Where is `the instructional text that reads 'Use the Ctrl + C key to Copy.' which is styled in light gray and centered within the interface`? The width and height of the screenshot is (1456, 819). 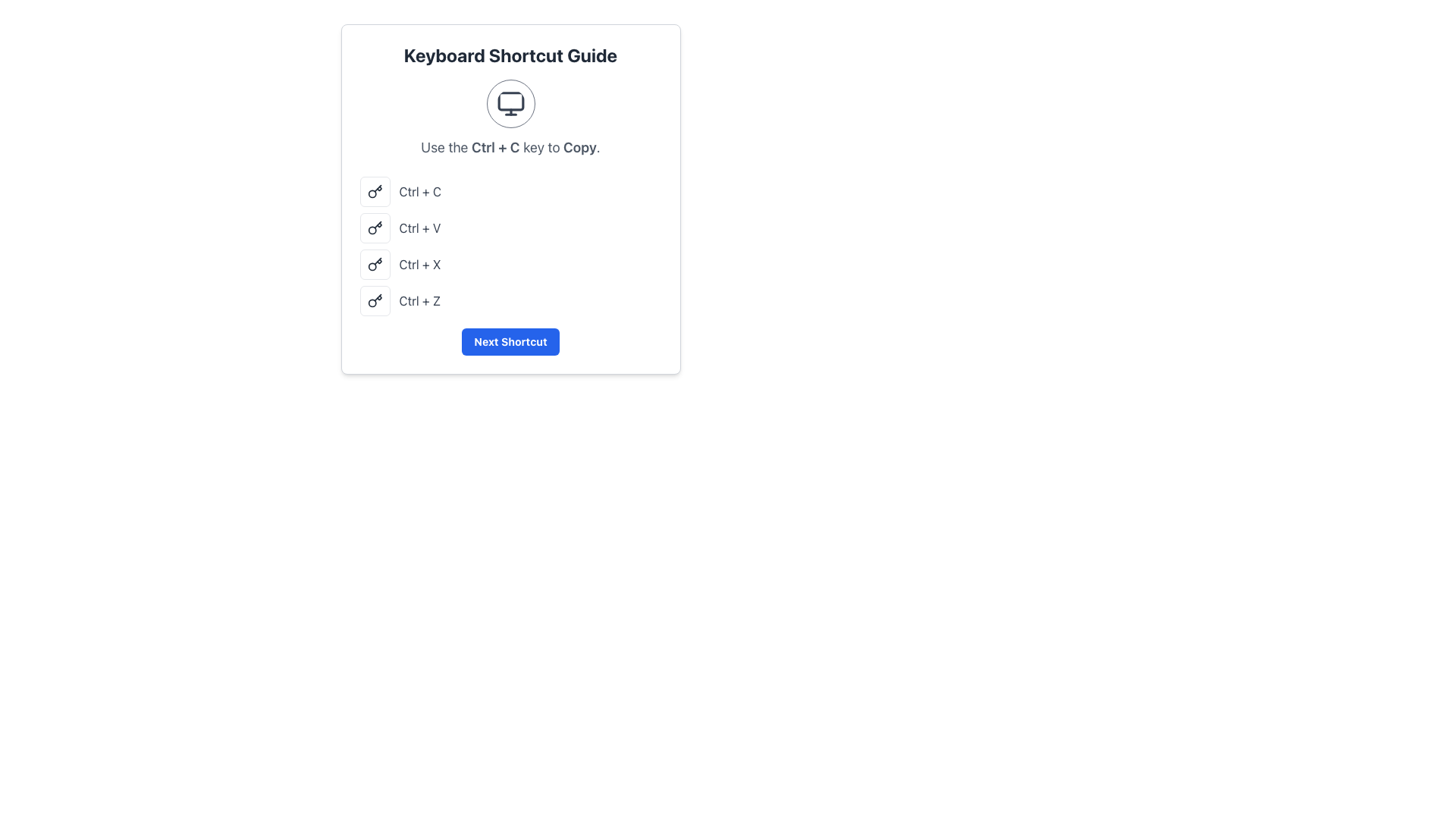
the instructional text that reads 'Use the Ctrl + C key to Copy.' which is styled in light gray and centered within the interface is located at coordinates (510, 148).